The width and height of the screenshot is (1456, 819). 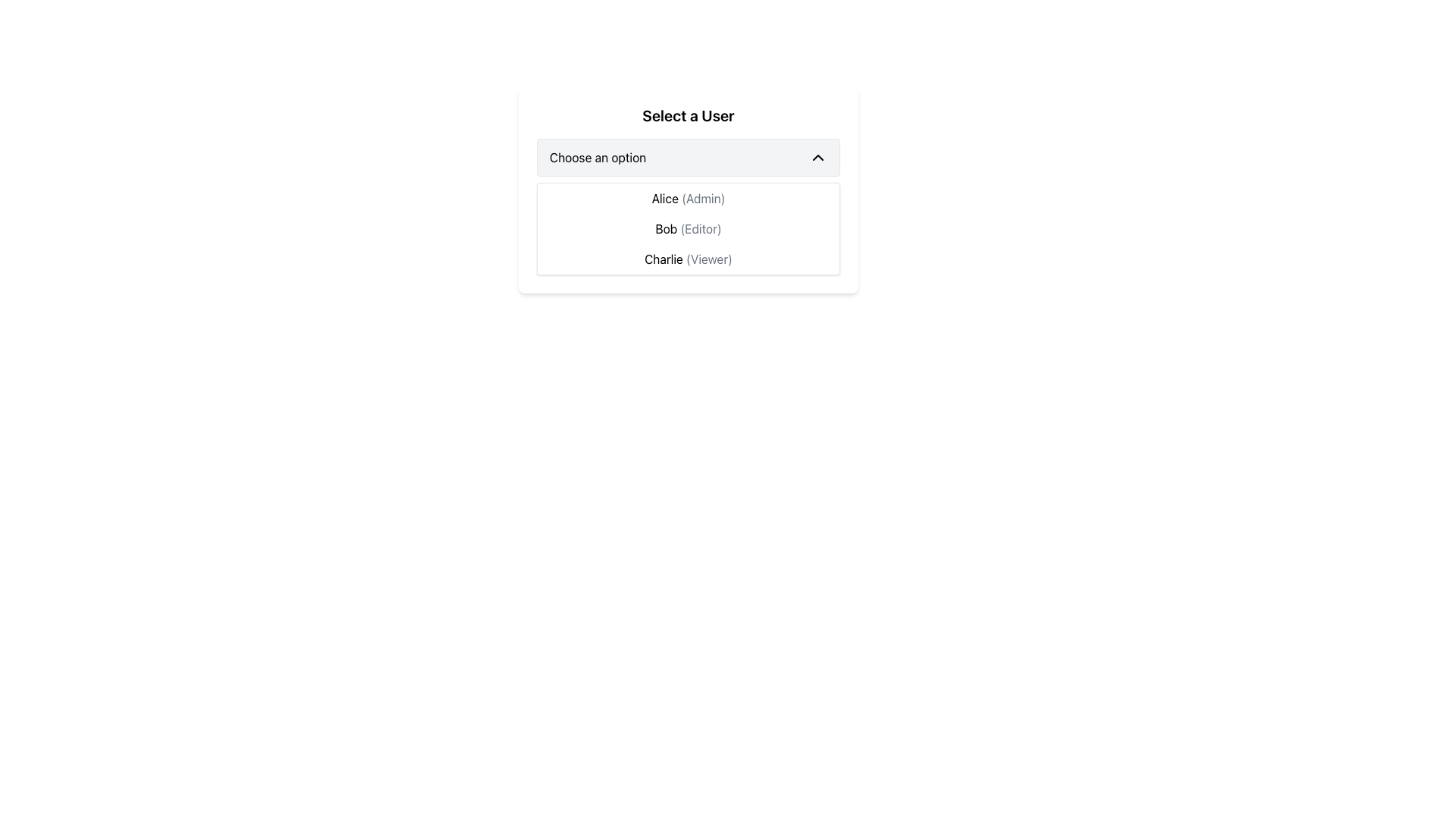 What do you see at coordinates (702, 198) in the screenshot?
I see `the text label indicating 'Admin' for the user 'Alice' in the dropdown menu under 'Select a User'` at bounding box center [702, 198].